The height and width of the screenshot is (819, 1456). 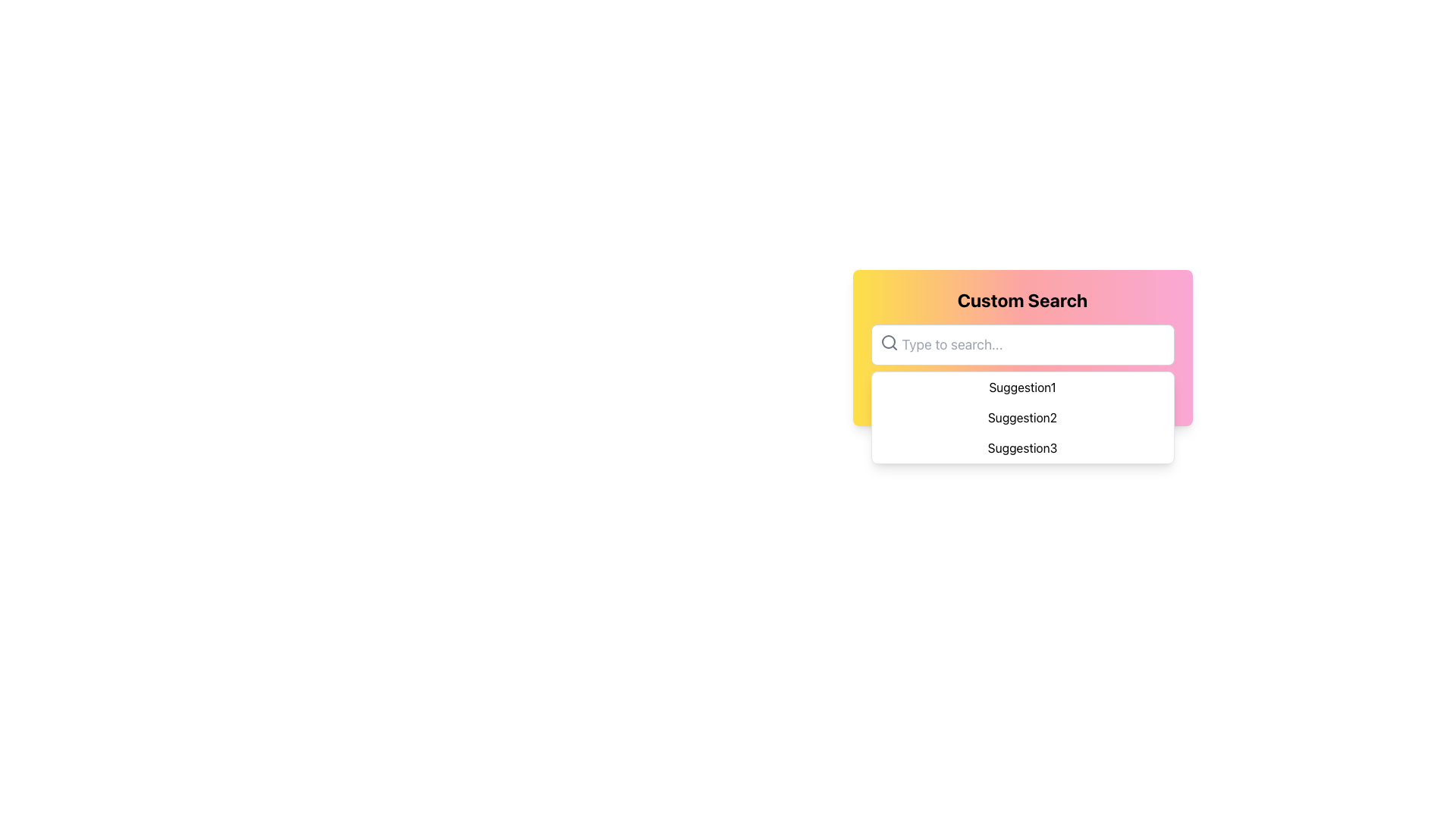 What do you see at coordinates (889, 342) in the screenshot?
I see `the Icon (Search) which is positioned inside the search input field, slightly offset towards the left, indicating the presence of search functionality` at bounding box center [889, 342].